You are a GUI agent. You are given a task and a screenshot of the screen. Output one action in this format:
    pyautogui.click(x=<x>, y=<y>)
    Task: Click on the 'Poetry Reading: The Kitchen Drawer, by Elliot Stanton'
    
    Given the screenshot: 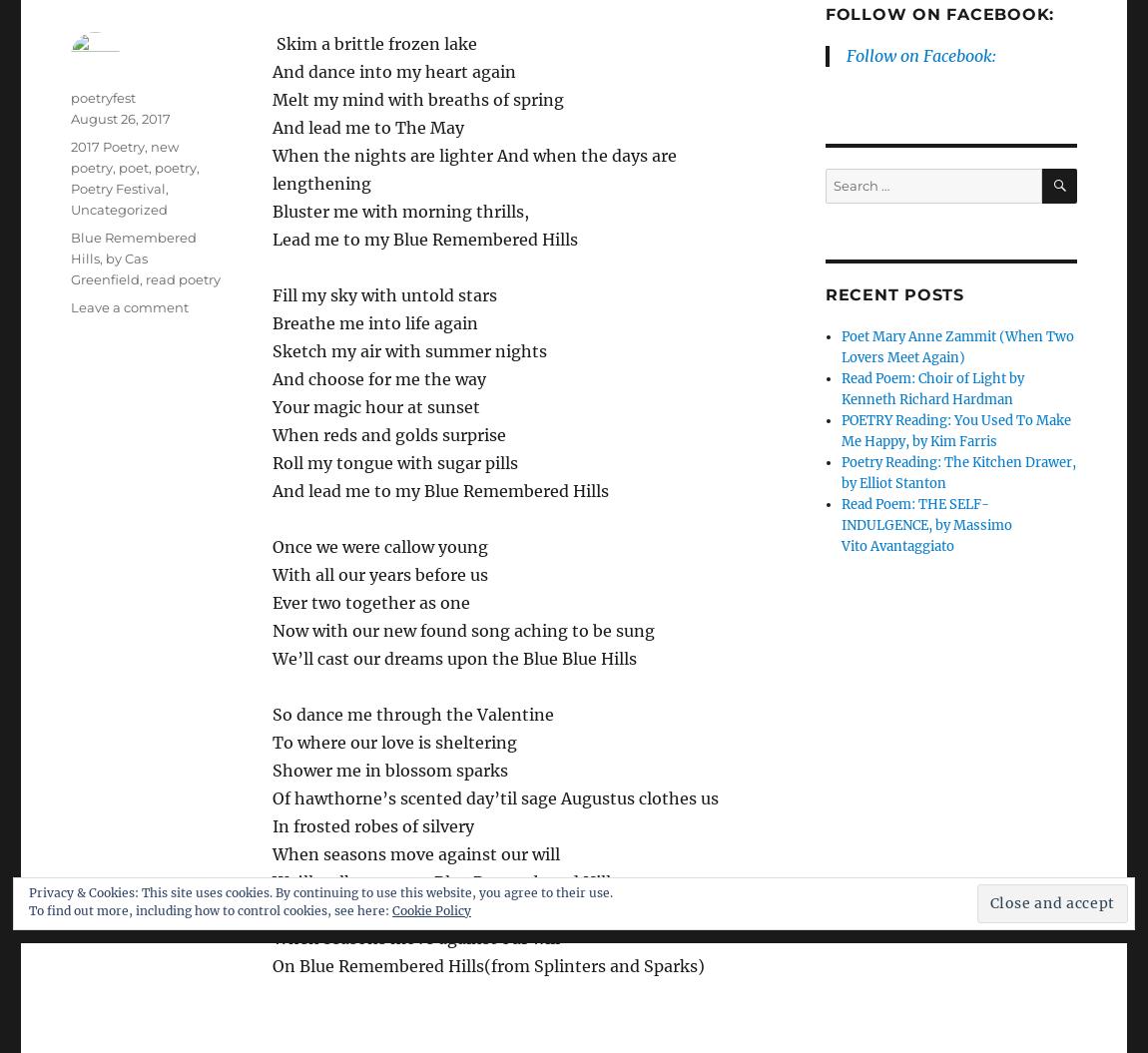 What is the action you would take?
    pyautogui.click(x=840, y=473)
    